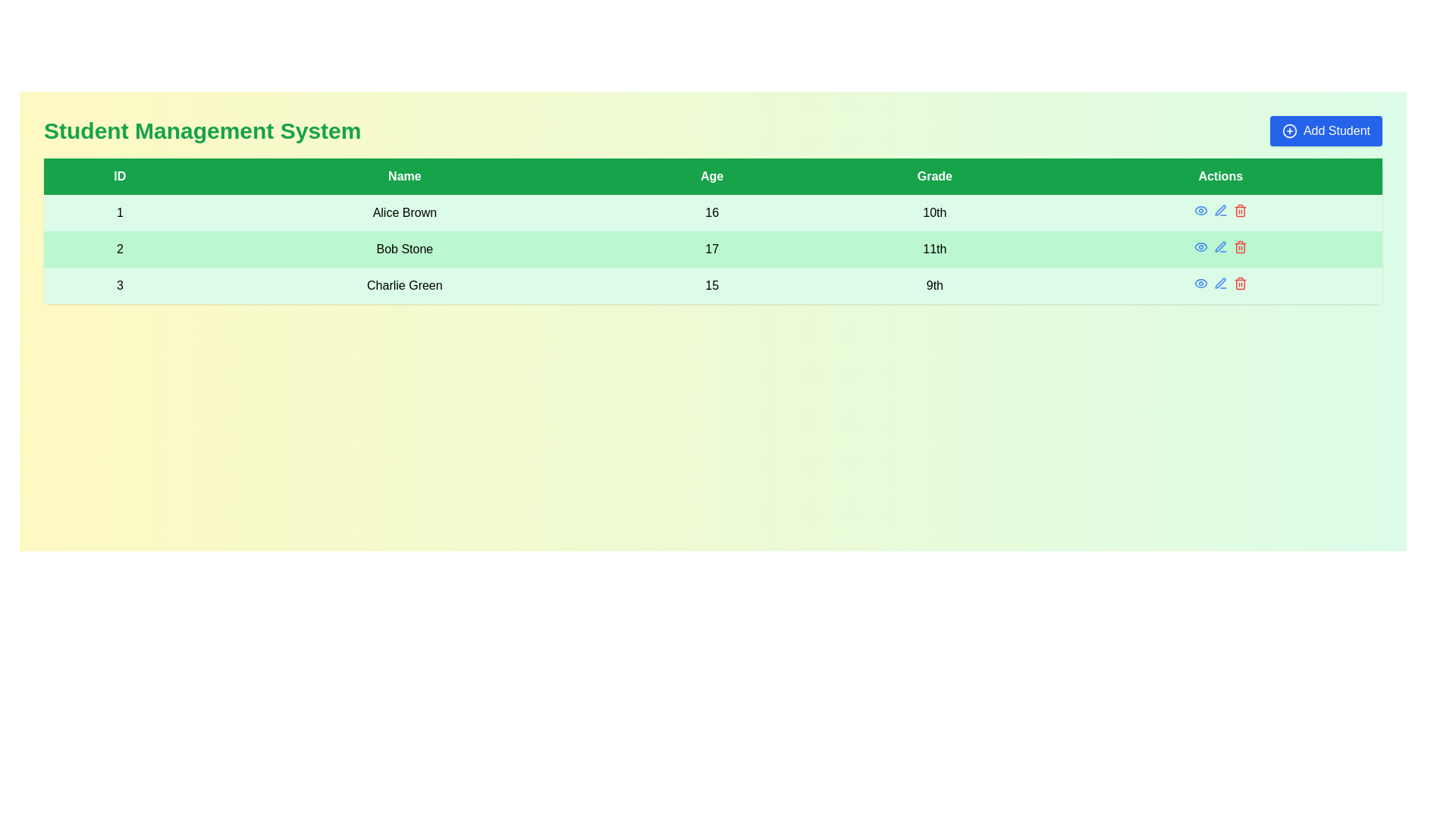  Describe the element at coordinates (1200, 246) in the screenshot. I see `the first icon in the 'Actions' column of the second row of the table` at that location.